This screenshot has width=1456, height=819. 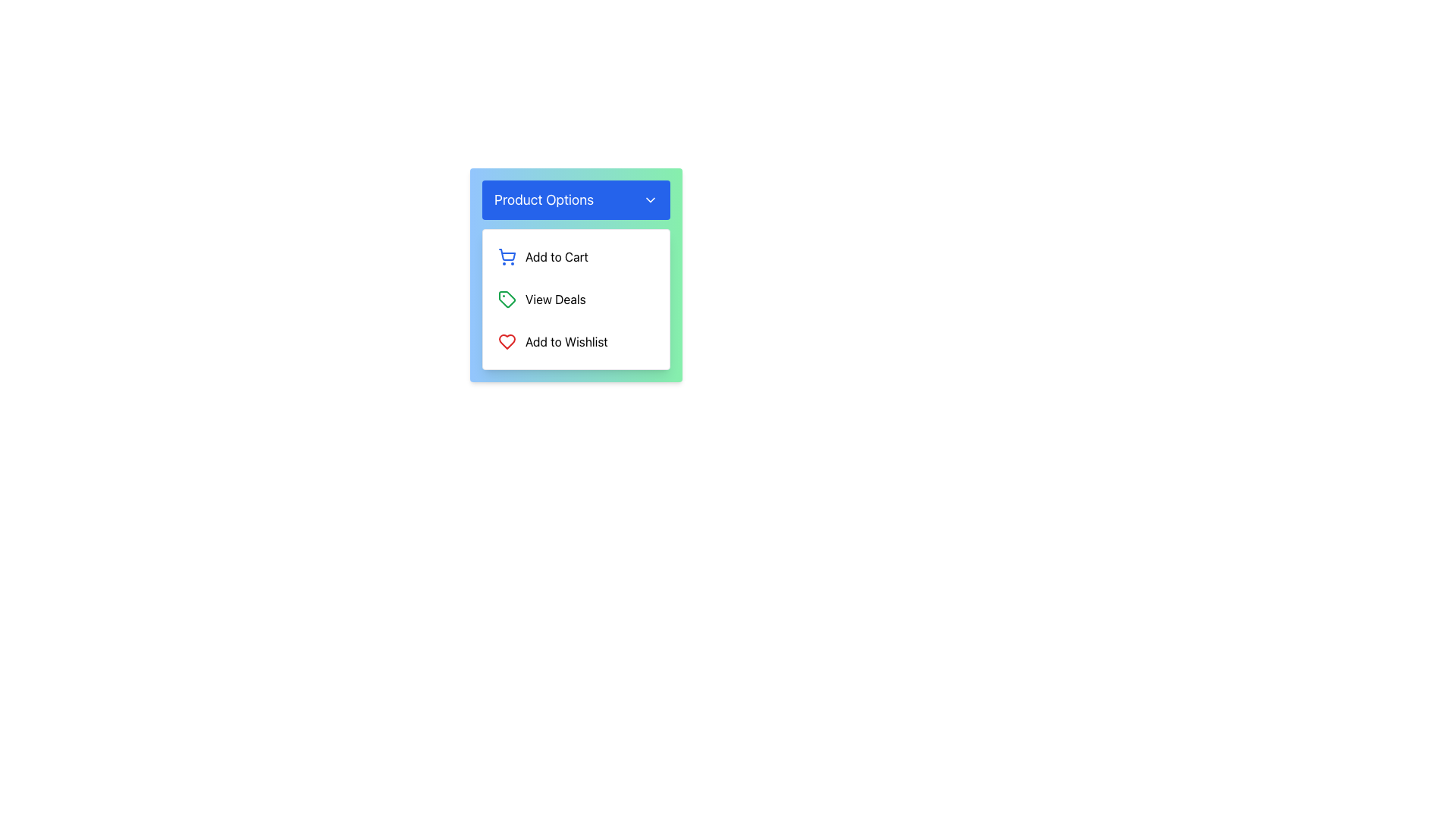 What do you see at coordinates (566, 342) in the screenshot?
I see `the 'Add to Wishlist' text label in the 'Product Options' dropdown menu` at bounding box center [566, 342].